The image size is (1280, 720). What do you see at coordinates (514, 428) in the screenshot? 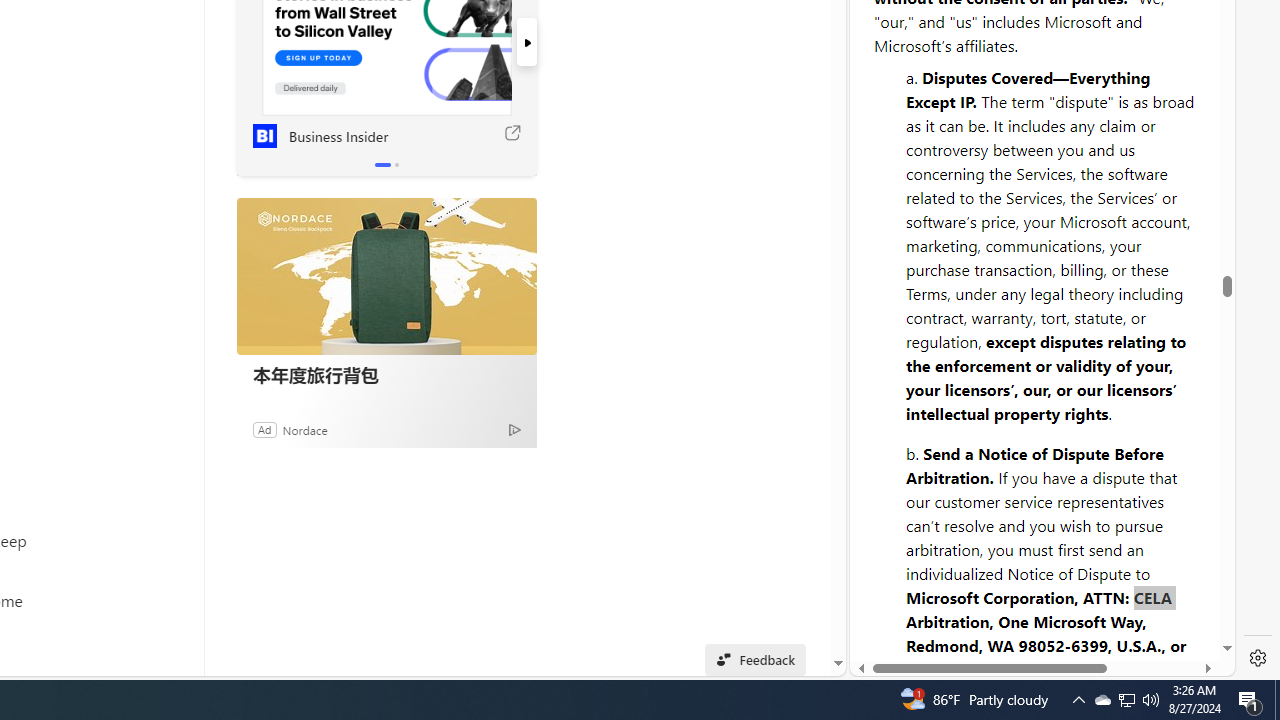
I see `'Ad Choice'` at bounding box center [514, 428].